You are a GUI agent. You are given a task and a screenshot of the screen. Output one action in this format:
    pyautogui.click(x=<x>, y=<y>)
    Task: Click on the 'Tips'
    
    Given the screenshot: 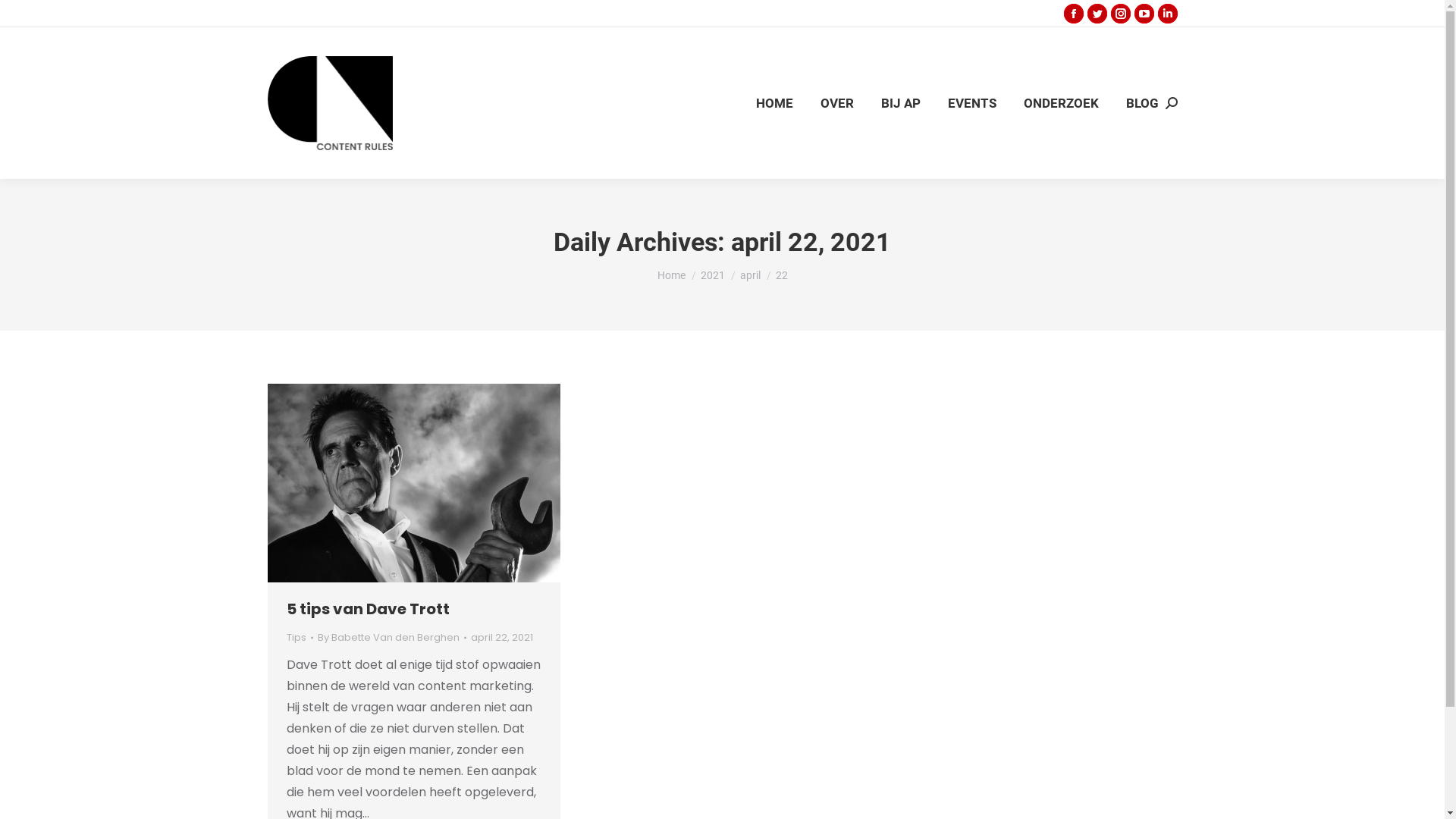 What is the action you would take?
    pyautogui.click(x=296, y=637)
    